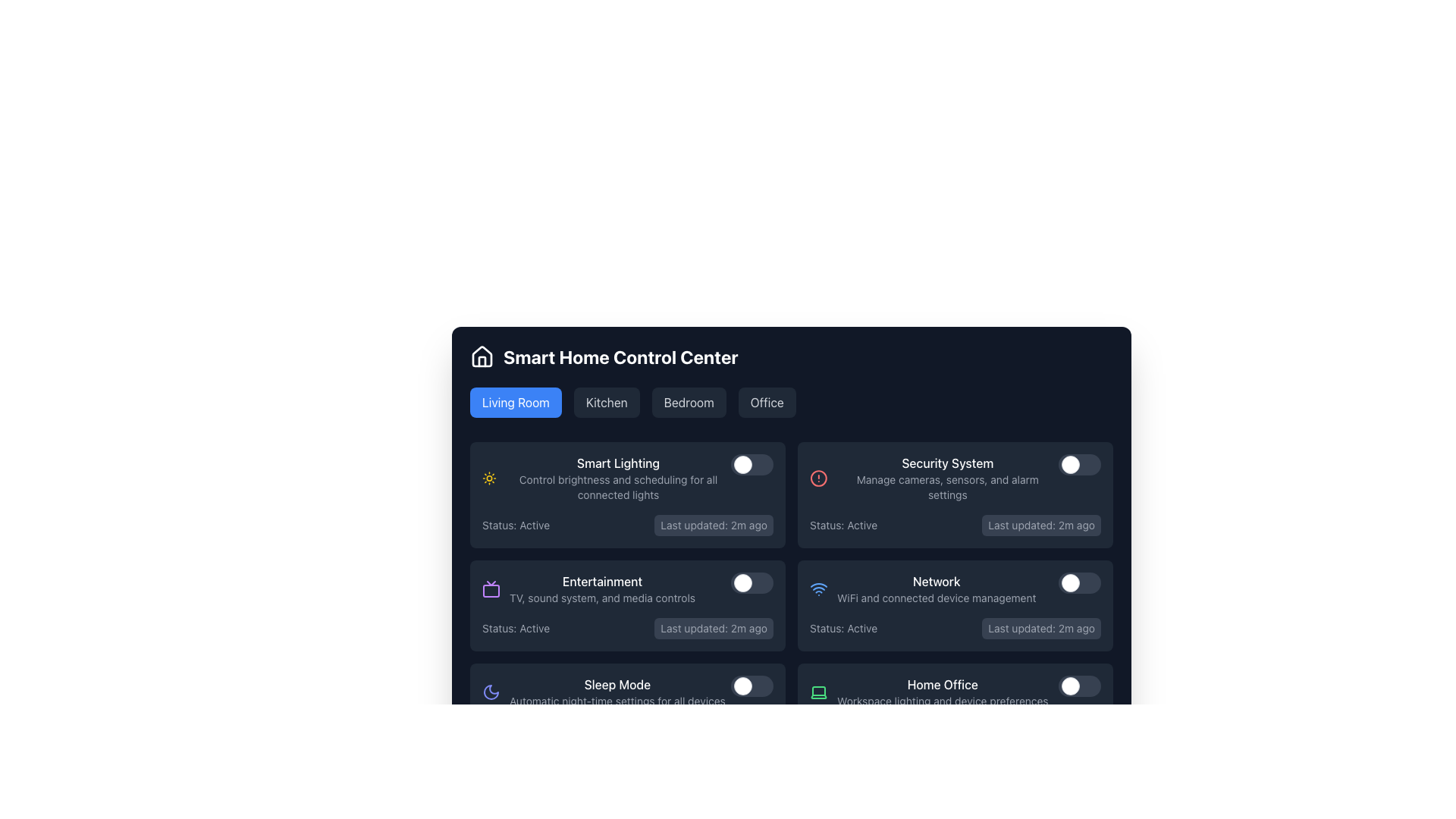 The image size is (1456, 819). Describe the element at coordinates (818, 584) in the screenshot. I see `the outermost arc of the Wi-Fi signal icon in the 'Network' section of the smart home interface, which is styled with thin strokes and a blue tint` at that location.